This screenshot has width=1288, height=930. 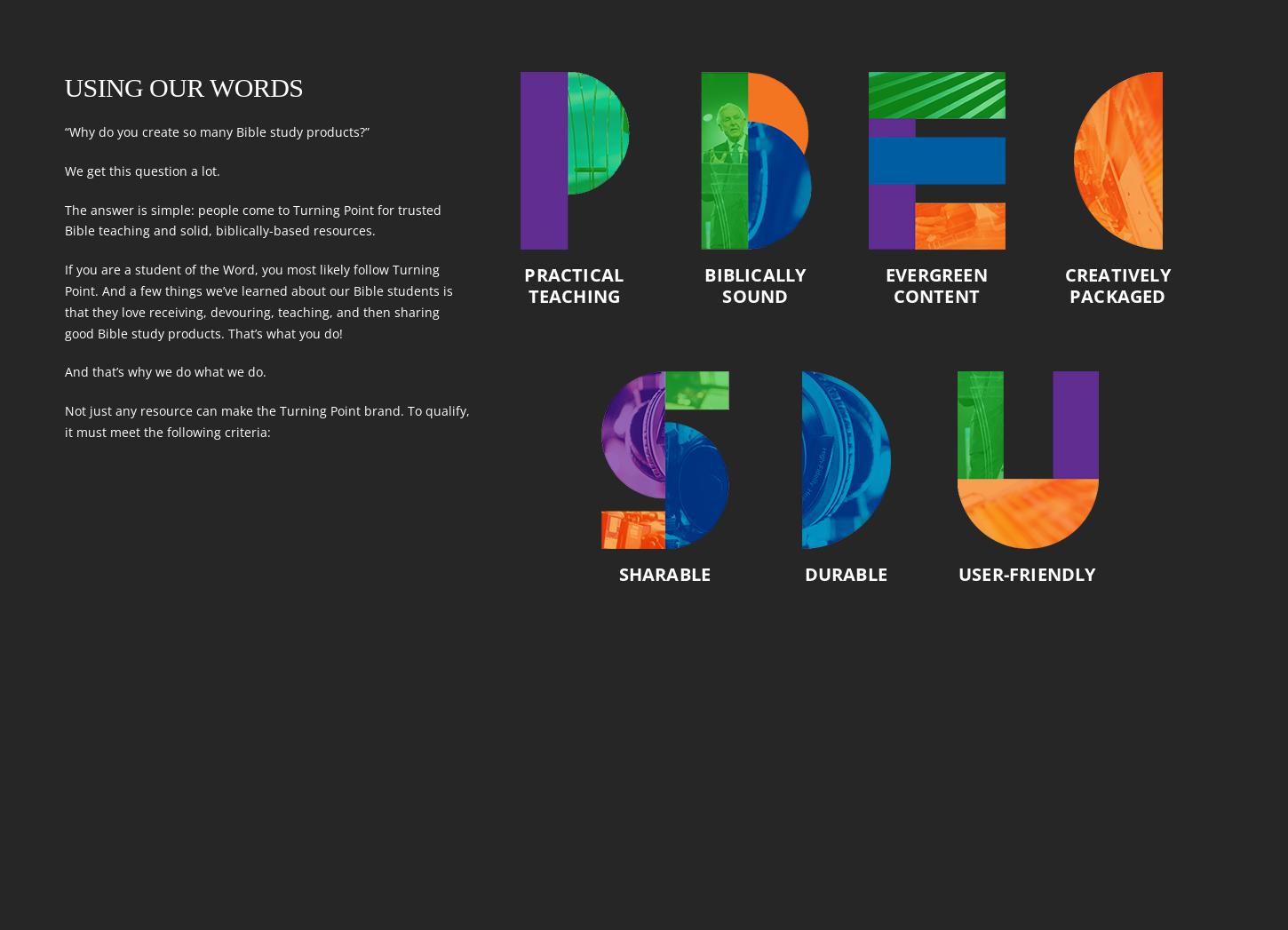 I want to click on 'And that’s why we do what we do.', so click(x=163, y=370).